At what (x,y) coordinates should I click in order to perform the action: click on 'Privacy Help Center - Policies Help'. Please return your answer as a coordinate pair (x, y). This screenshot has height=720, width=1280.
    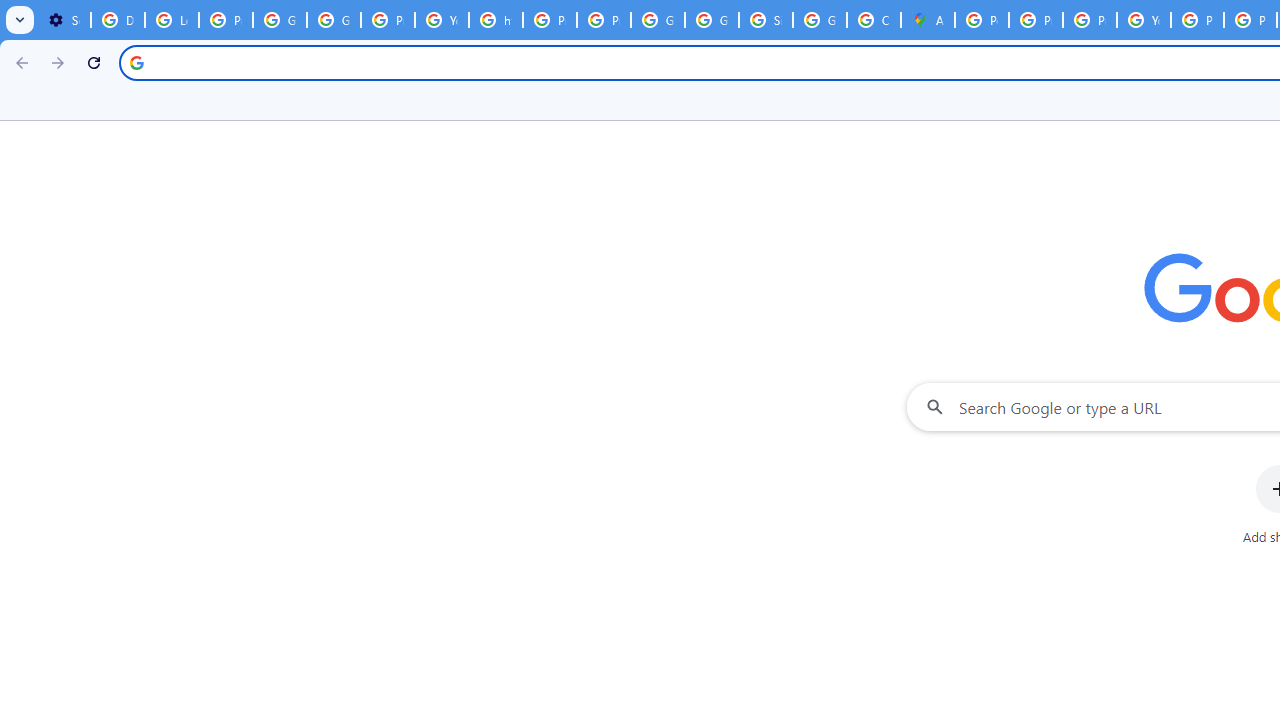
    Looking at the image, I should click on (1088, 20).